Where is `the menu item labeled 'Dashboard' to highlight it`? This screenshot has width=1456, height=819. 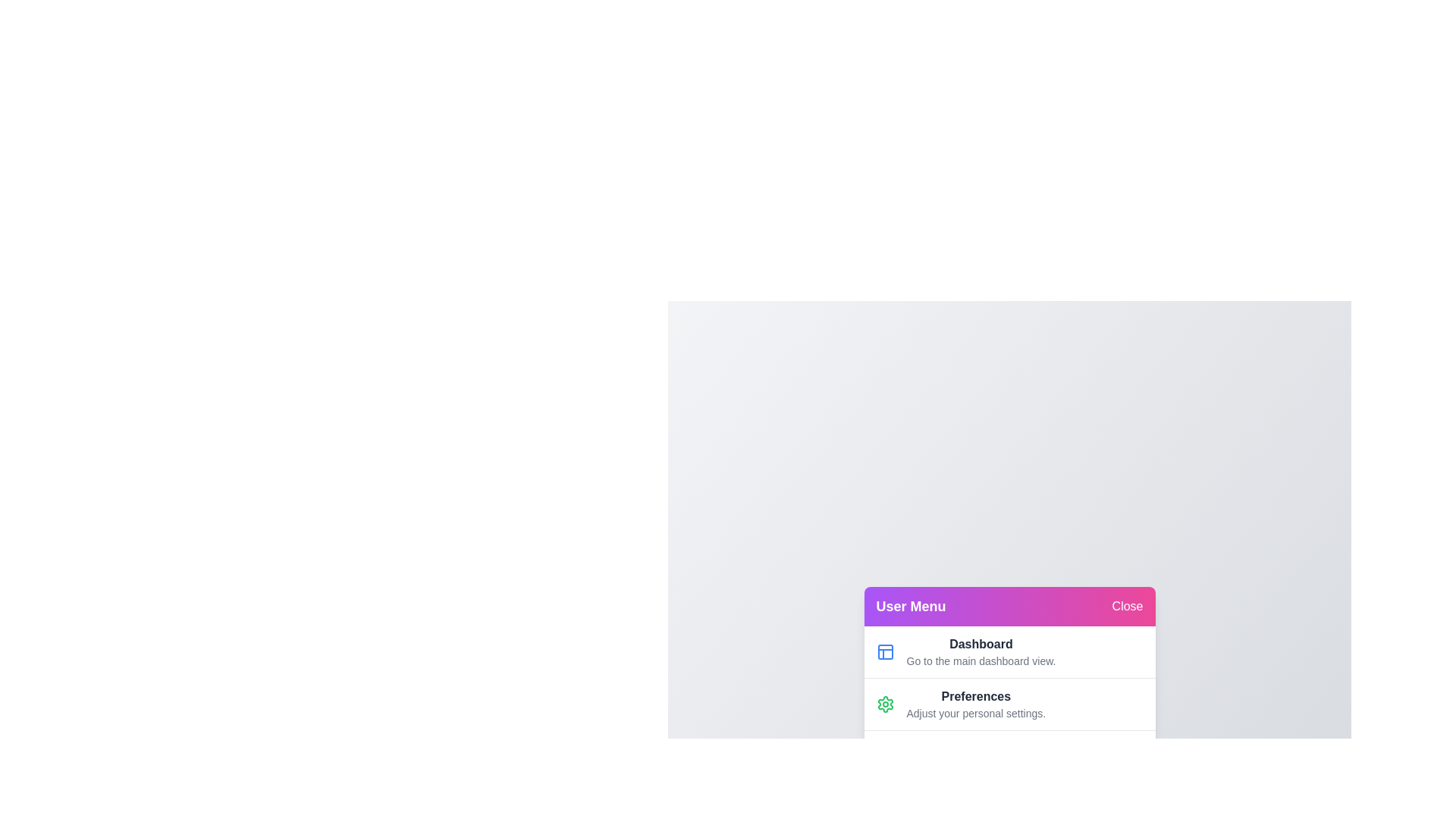 the menu item labeled 'Dashboard' to highlight it is located at coordinates (1009, 651).